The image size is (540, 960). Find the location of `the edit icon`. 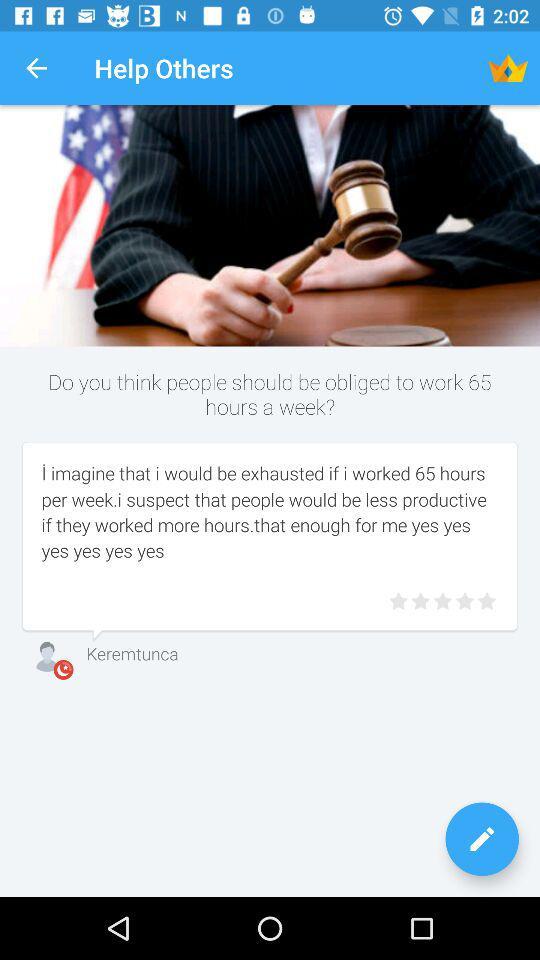

the edit icon is located at coordinates (481, 839).